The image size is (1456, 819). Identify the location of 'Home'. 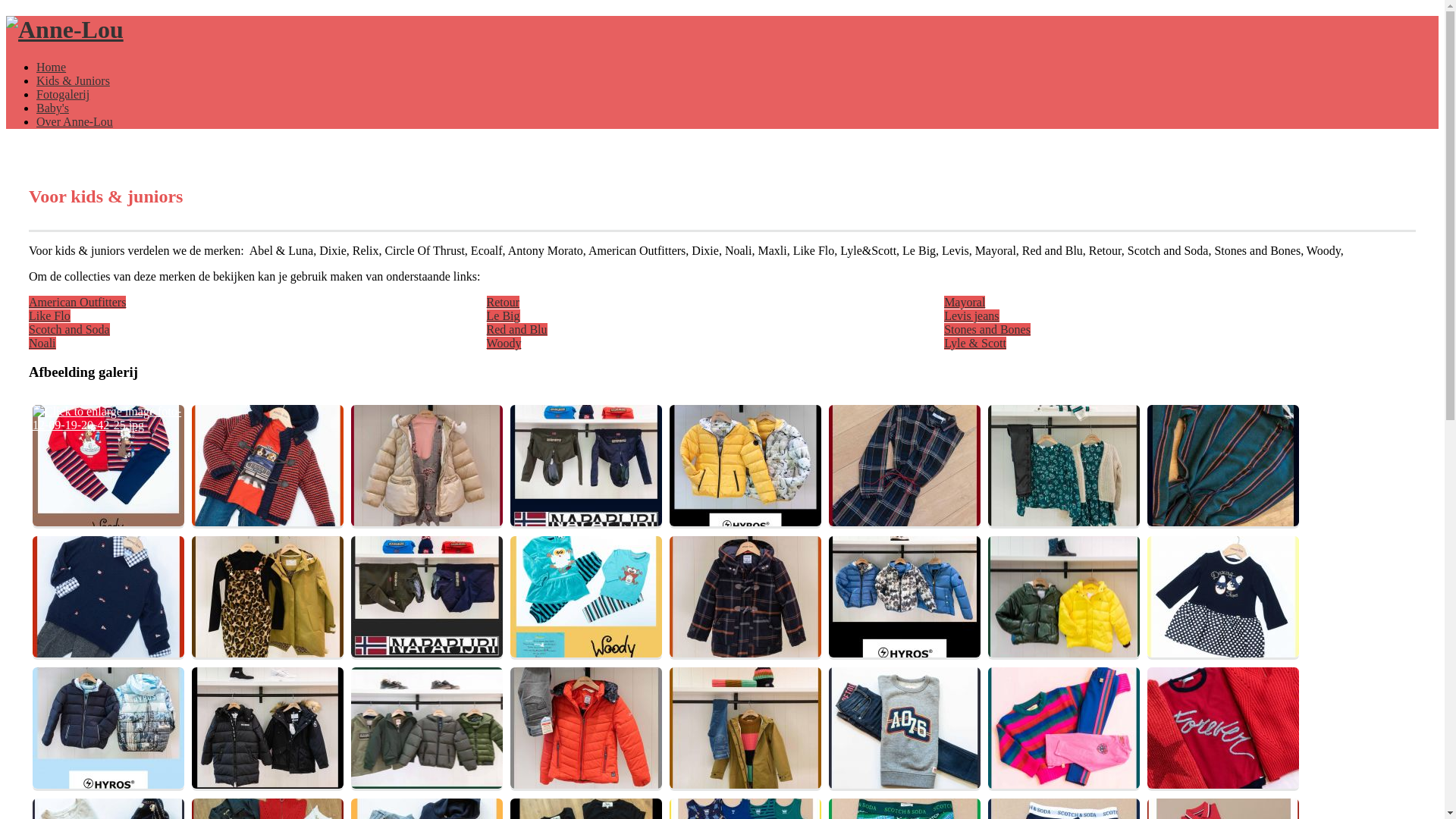
(51, 66).